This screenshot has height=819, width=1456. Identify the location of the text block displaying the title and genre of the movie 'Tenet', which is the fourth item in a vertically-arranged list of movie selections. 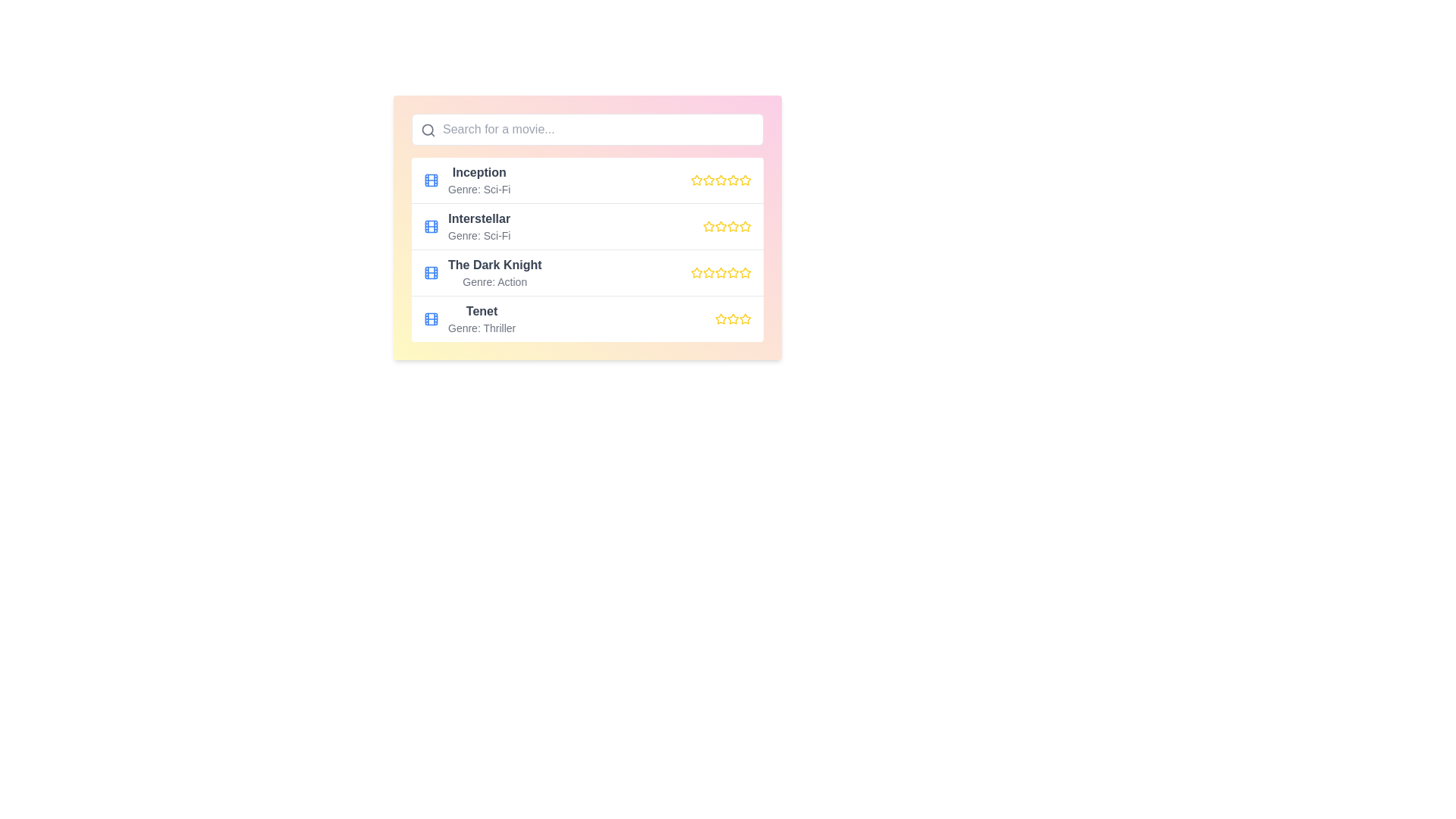
(481, 318).